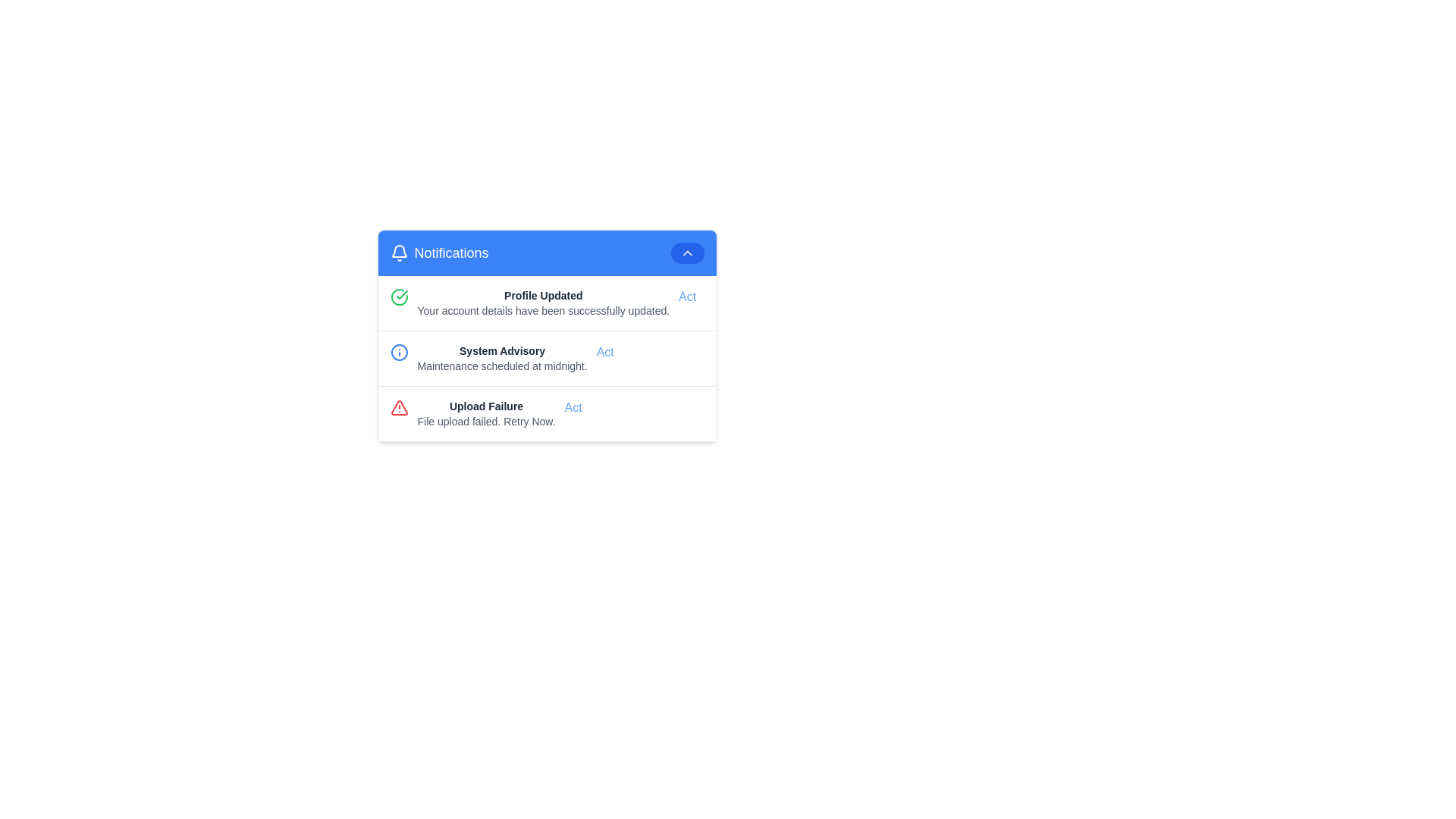  Describe the element at coordinates (399, 297) in the screenshot. I see `the green Checkmark icon located on the left side of the 'Profile Updated' notification card, which is the top notification in the list` at that location.